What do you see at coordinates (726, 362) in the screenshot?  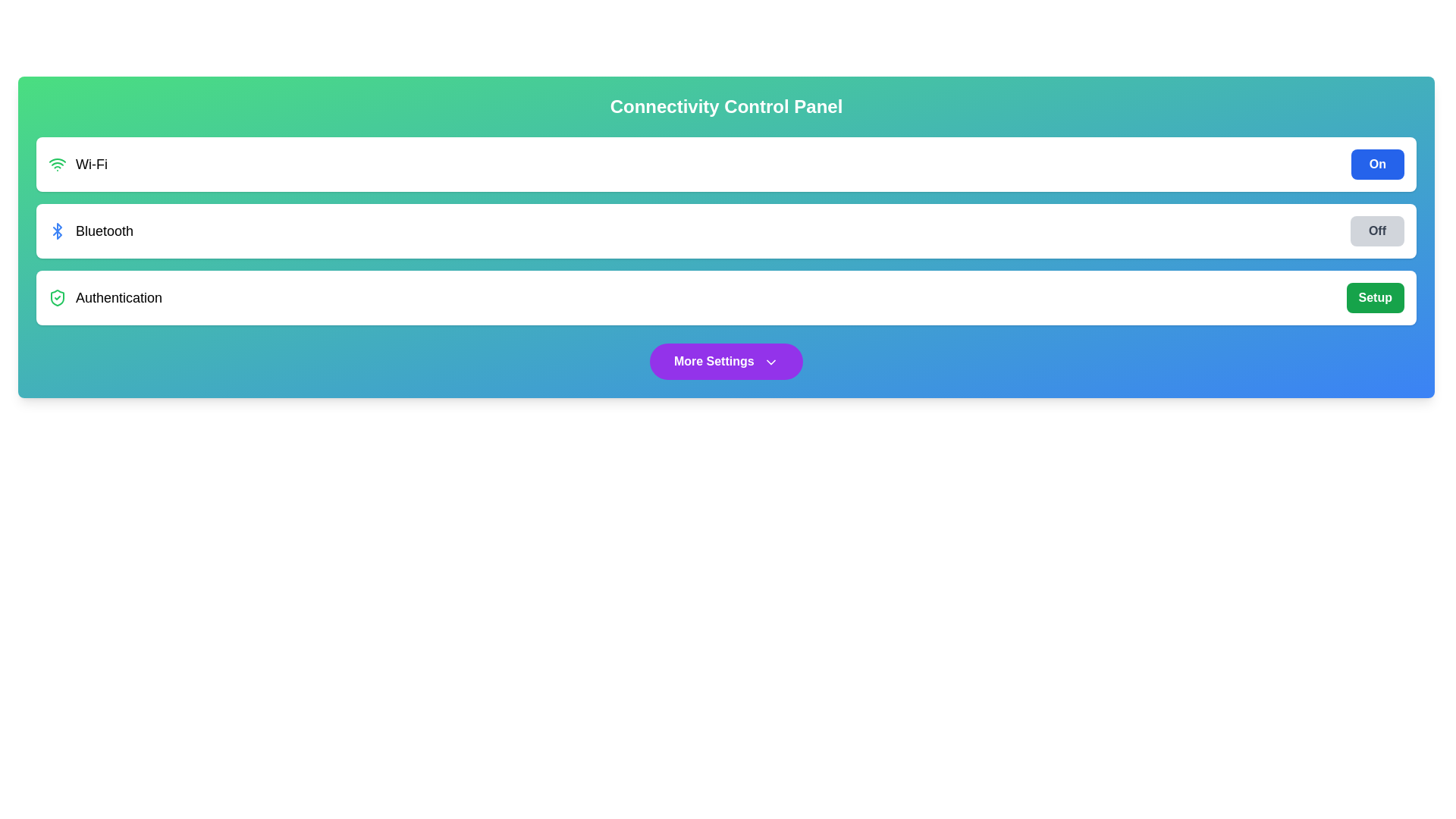 I see `the button with a dropdown indicator in the Connectivity Control Panel` at bounding box center [726, 362].